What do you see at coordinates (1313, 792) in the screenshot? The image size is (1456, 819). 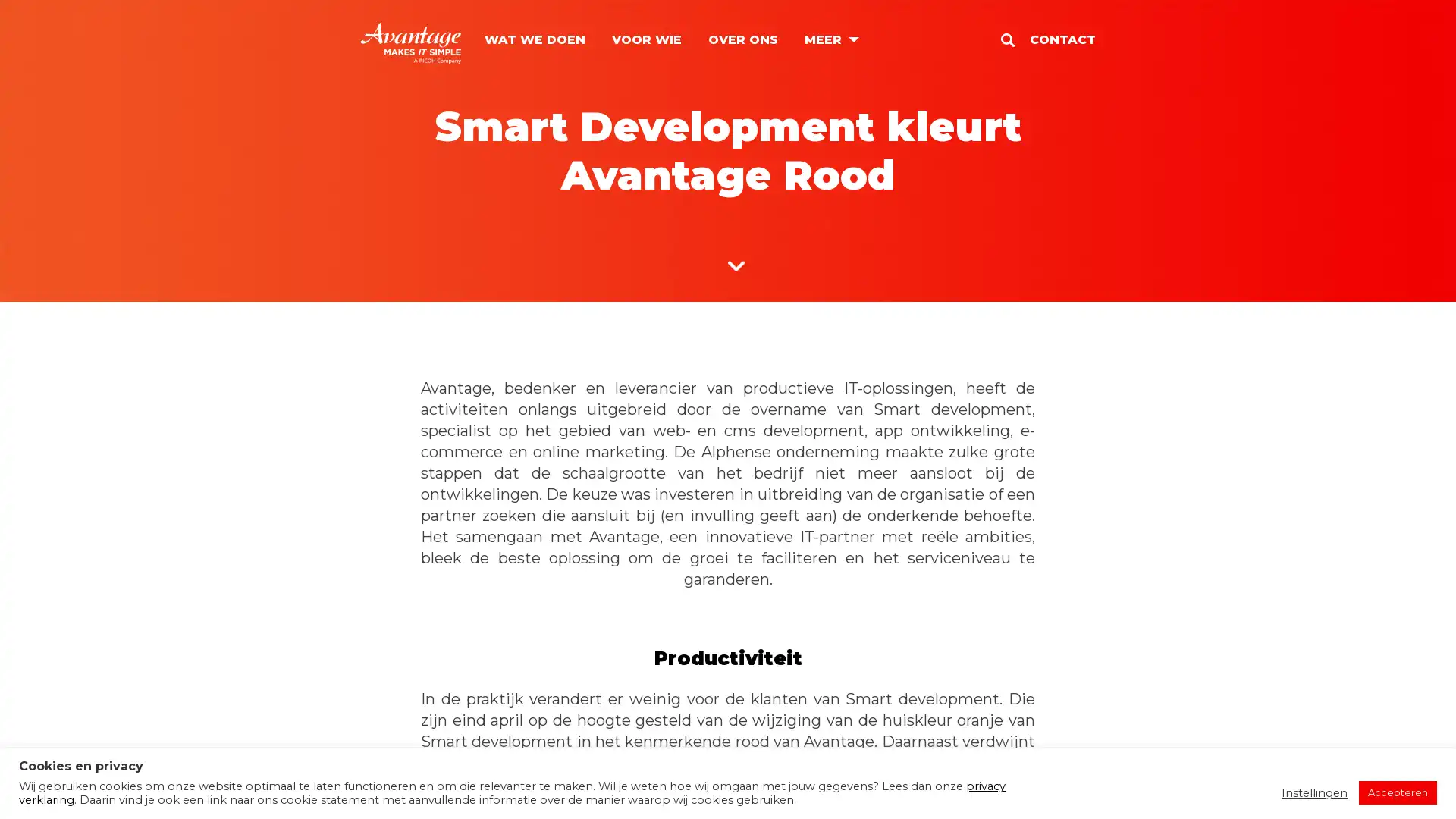 I see `Instellingen` at bounding box center [1313, 792].